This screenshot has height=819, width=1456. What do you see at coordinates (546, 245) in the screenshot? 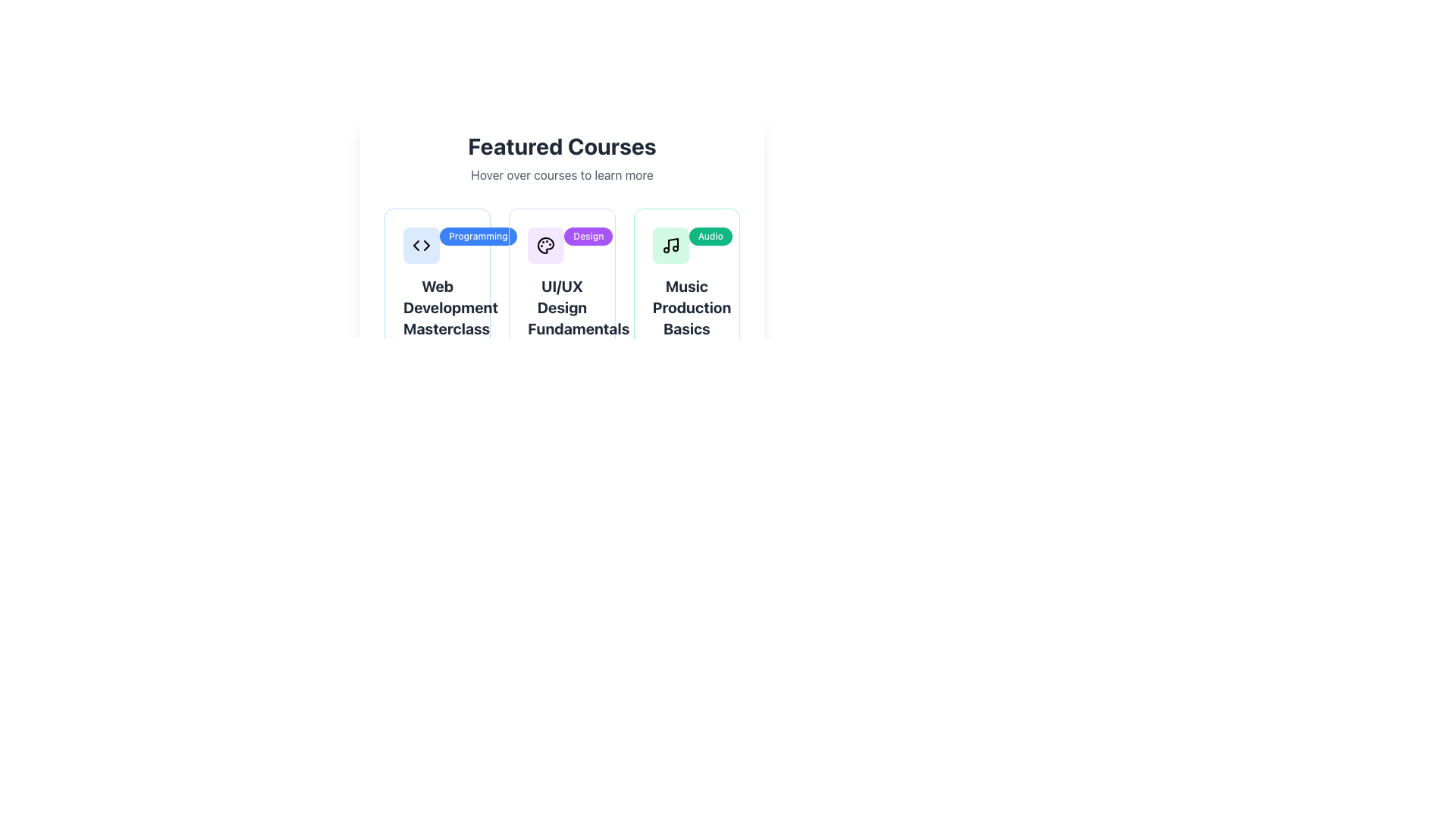
I see `the decorative SVG icon associated with the 'UI/UX Design Fundamentals' course, which provides visual context within the UI section` at bounding box center [546, 245].